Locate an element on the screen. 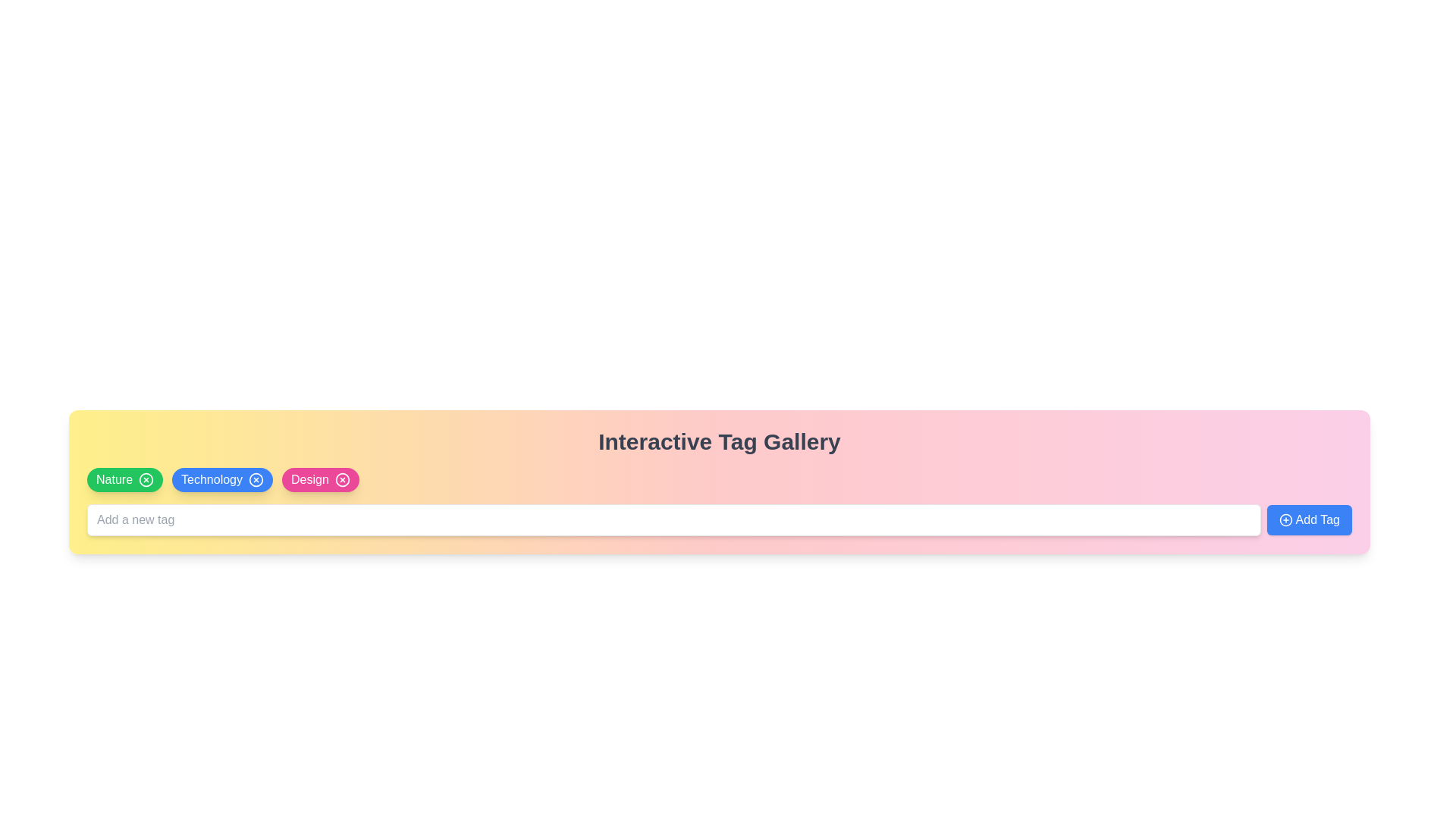  the 'X' icon on the 'Nature' tag is located at coordinates (124, 479).